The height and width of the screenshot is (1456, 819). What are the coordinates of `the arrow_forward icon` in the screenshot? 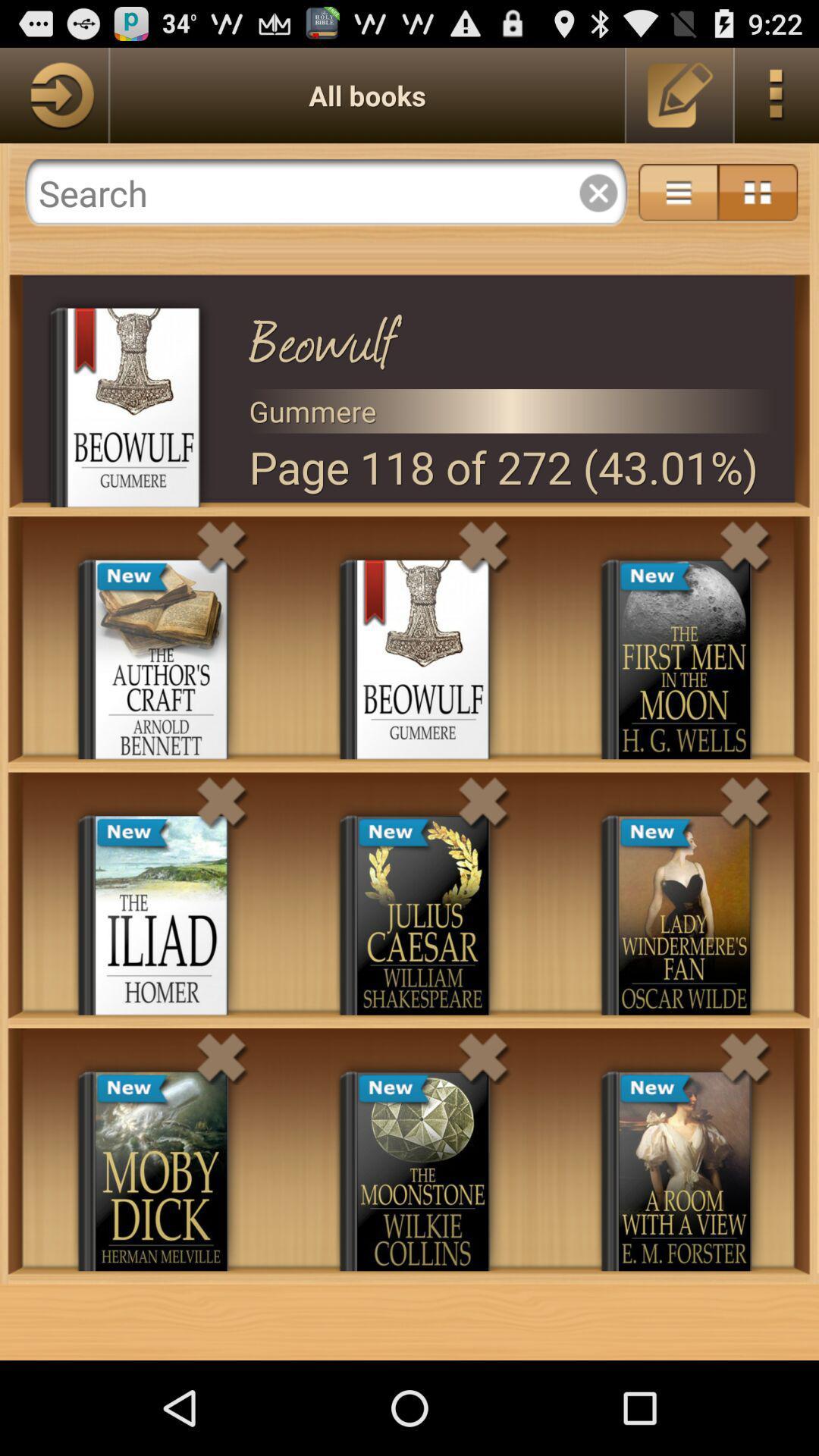 It's located at (53, 101).